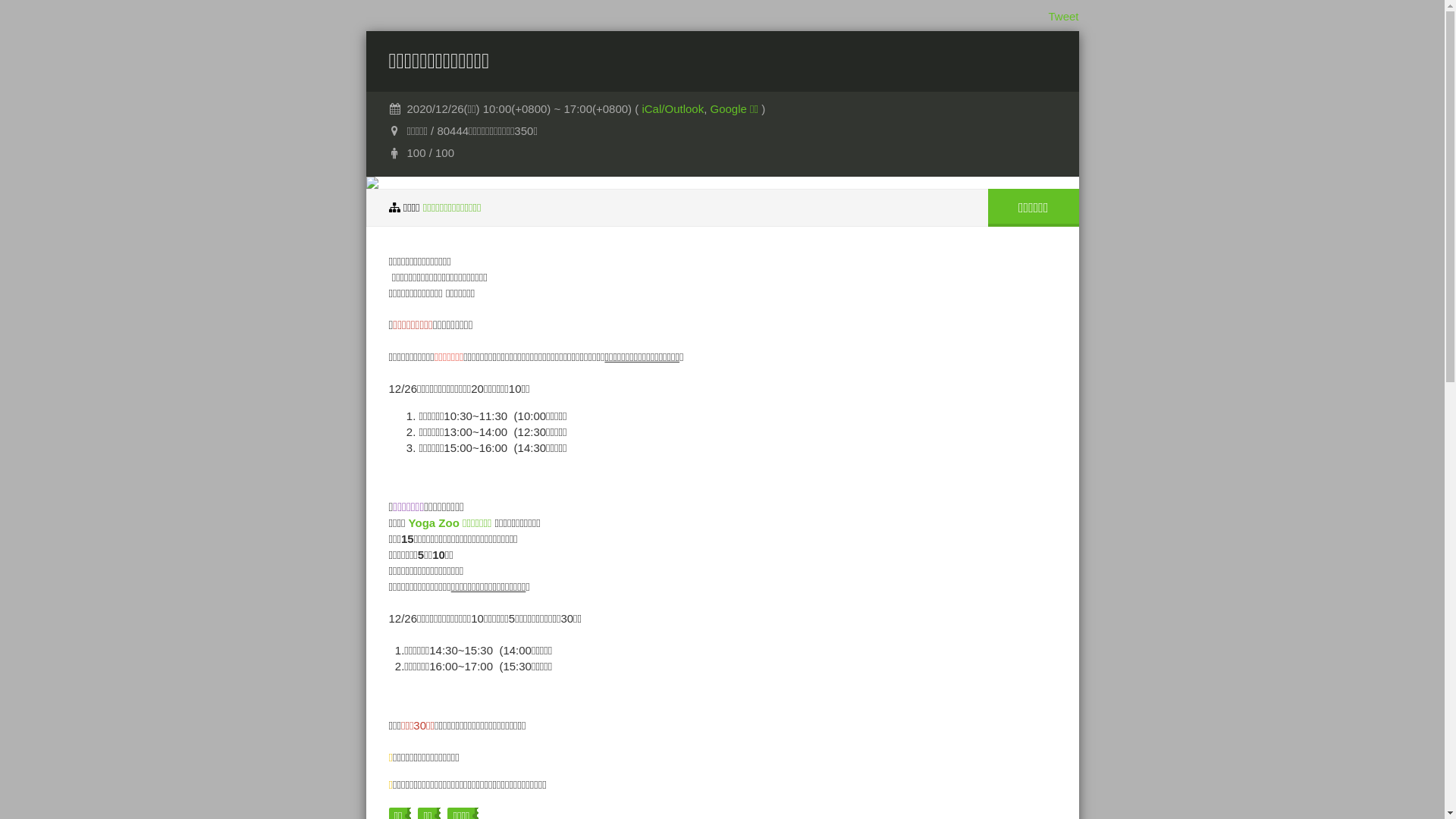 The image size is (1456, 819). I want to click on 'Tweet', so click(1062, 16).